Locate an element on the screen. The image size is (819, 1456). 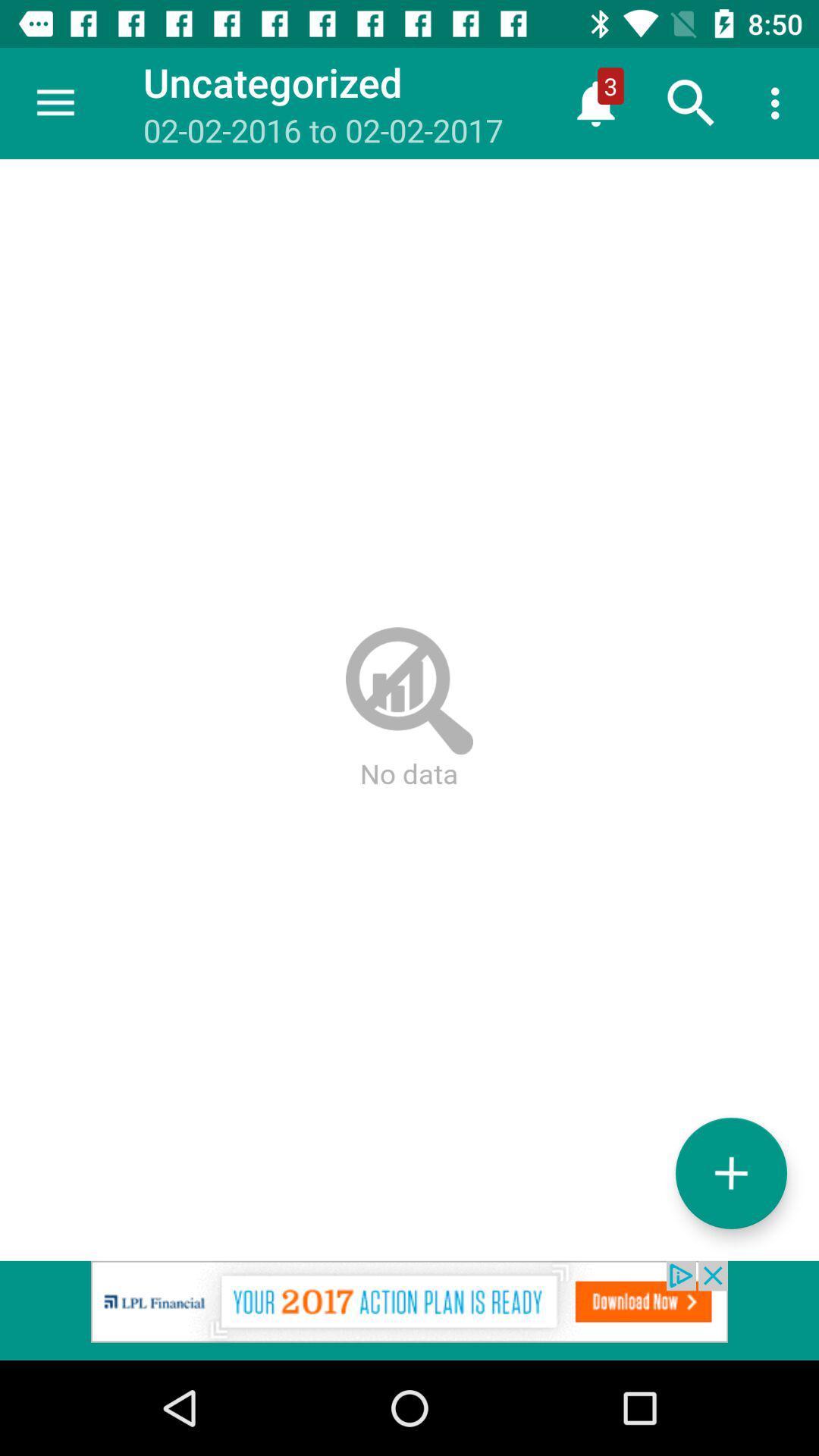
the add icon is located at coordinates (730, 1172).